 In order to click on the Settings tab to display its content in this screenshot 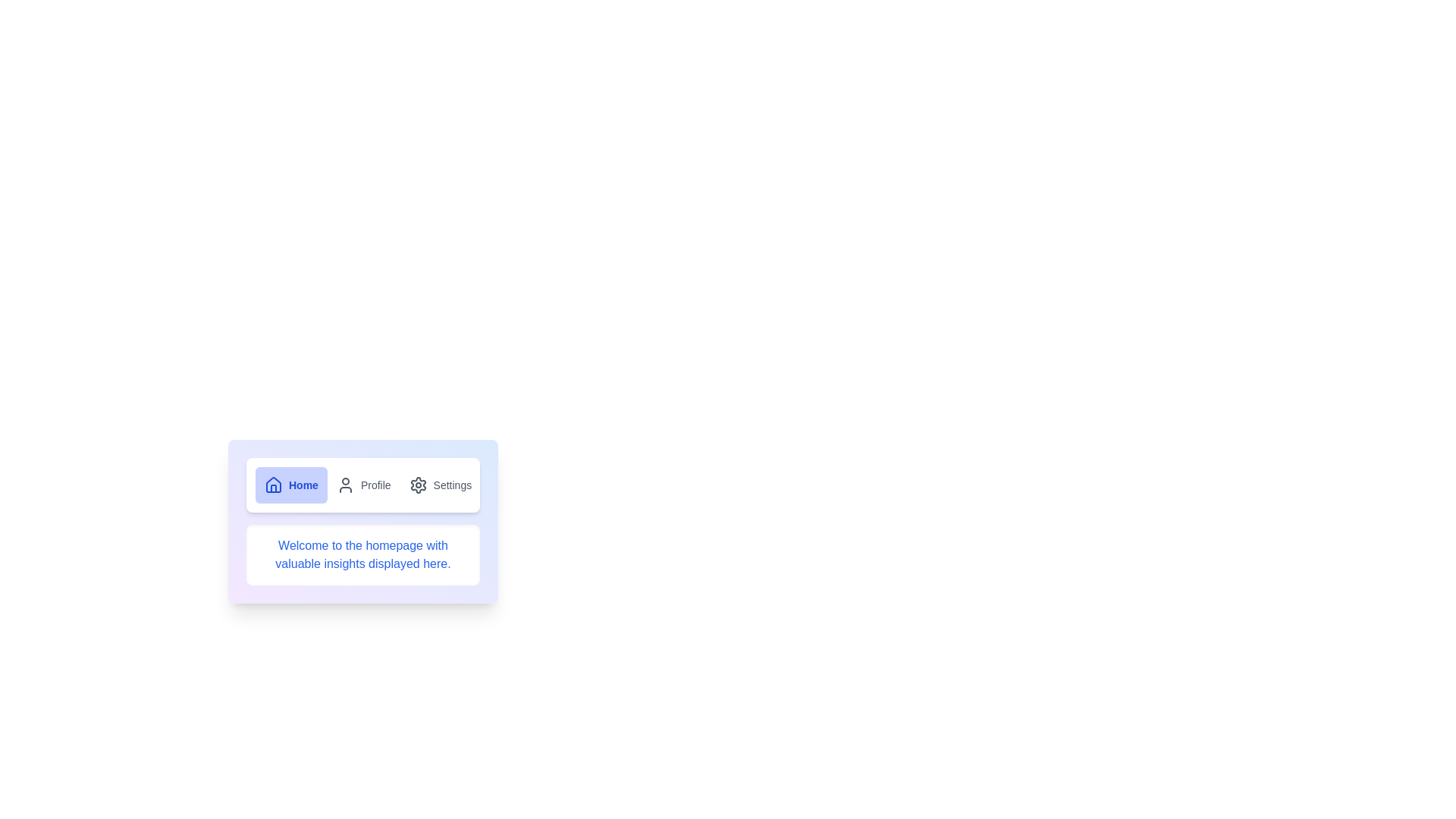, I will do `click(439, 485)`.